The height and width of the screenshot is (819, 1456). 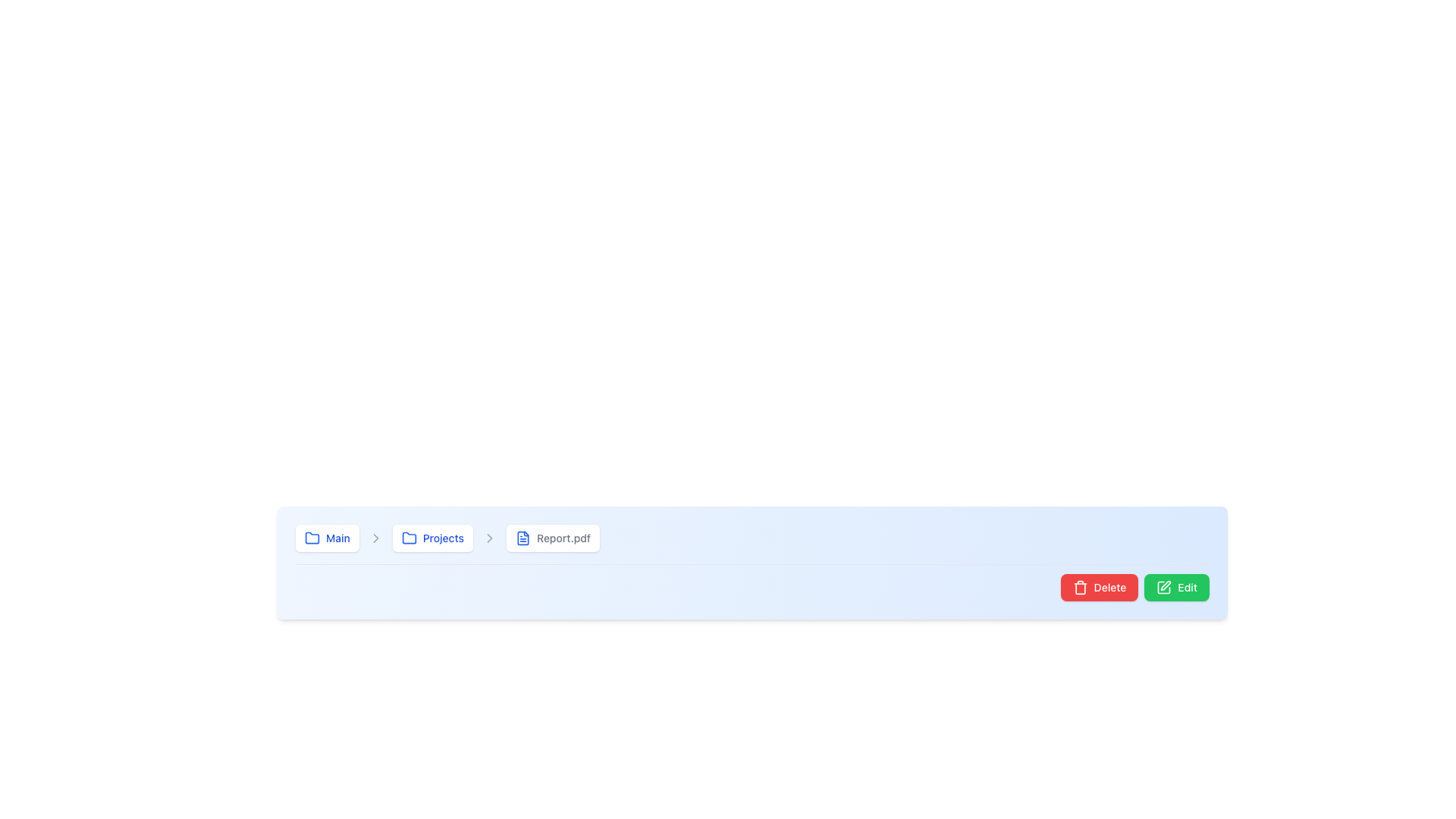 What do you see at coordinates (375, 537) in the screenshot?
I see `the chevron arrow icon styled as a breadcrumb separator, located between the 'Main' and 'Projects' sections` at bounding box center [375, 537].